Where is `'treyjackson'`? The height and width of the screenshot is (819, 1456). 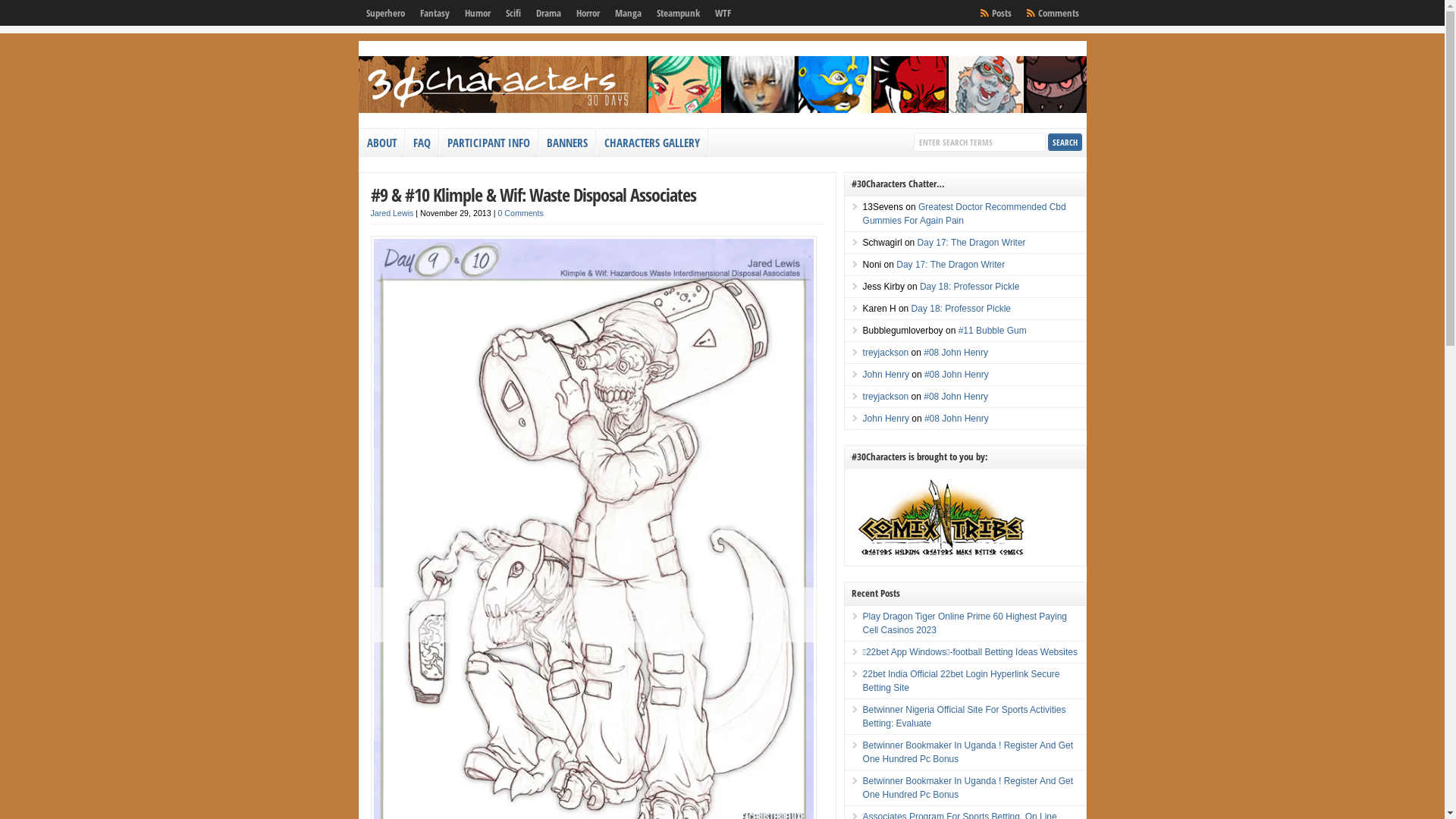 'treyjackson' is located at coordinates (886, 396).